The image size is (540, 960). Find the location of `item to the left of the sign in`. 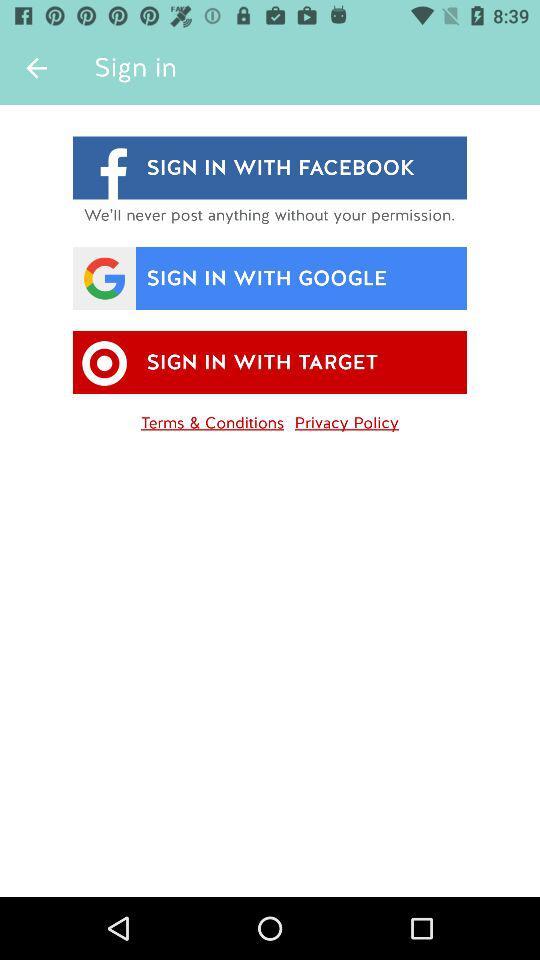

item to the left of the sign in is located at coordinates (36, 68).